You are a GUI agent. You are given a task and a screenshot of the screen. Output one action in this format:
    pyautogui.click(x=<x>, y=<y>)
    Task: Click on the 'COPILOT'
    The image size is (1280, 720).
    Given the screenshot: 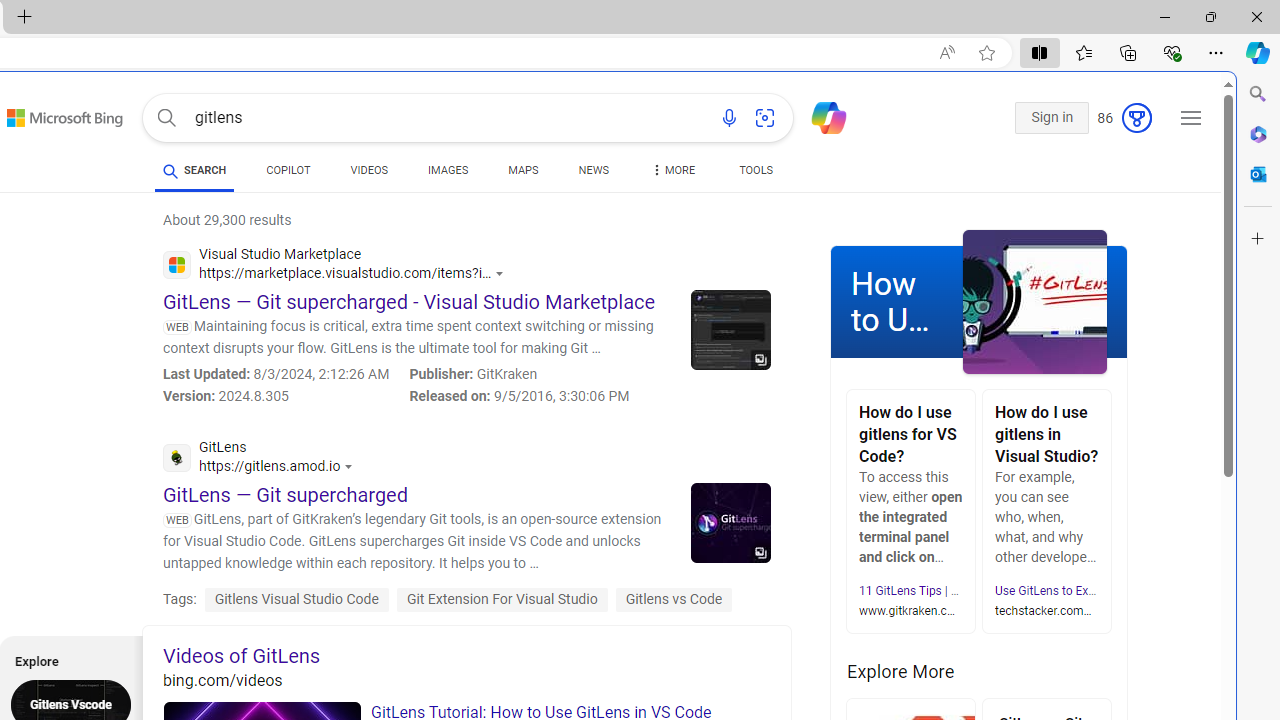 What is the action you would take?
    pyautogui.click(x=287, y=172)
    